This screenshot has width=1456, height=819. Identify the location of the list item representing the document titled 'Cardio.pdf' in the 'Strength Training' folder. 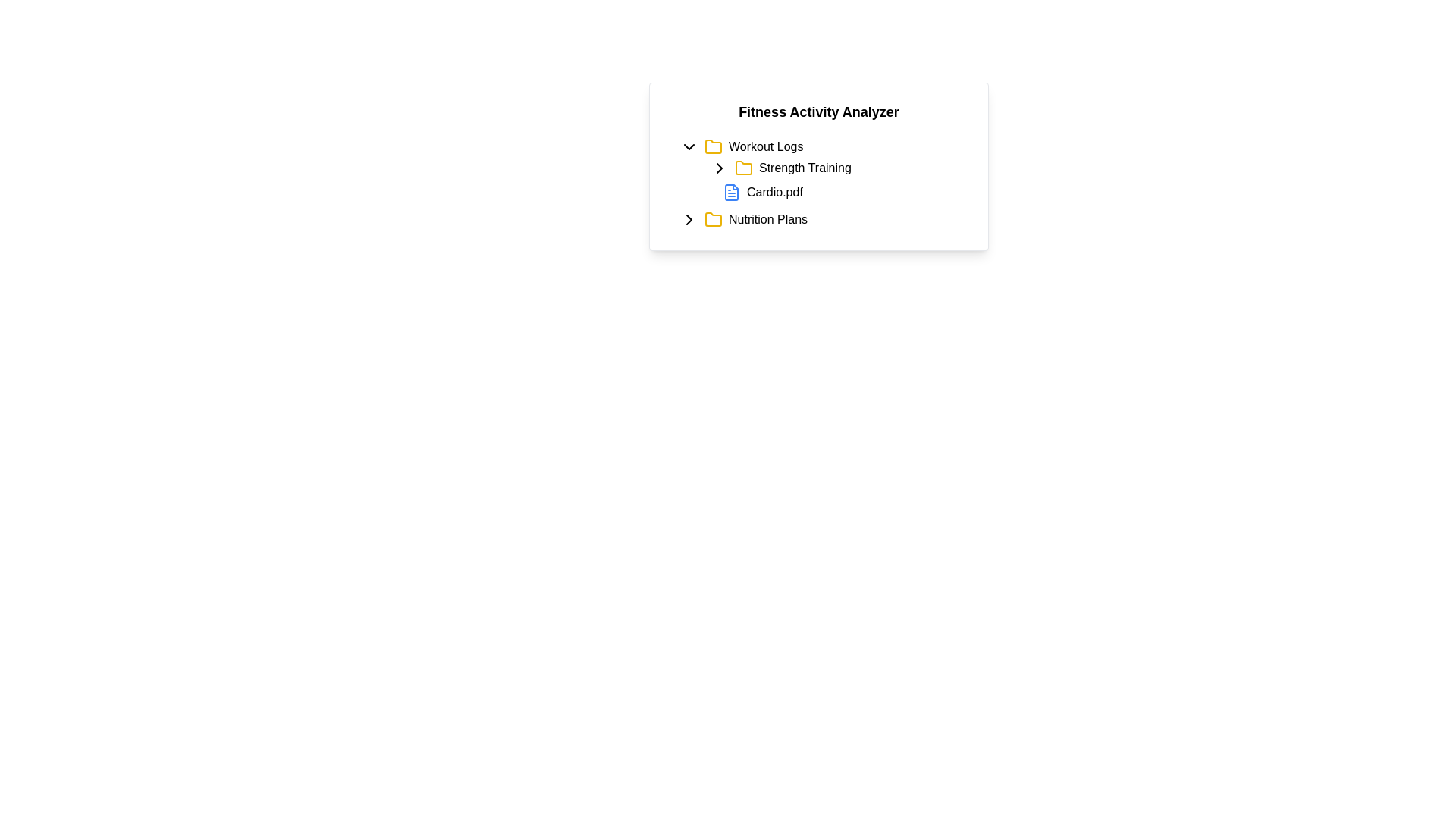
(833, 192).